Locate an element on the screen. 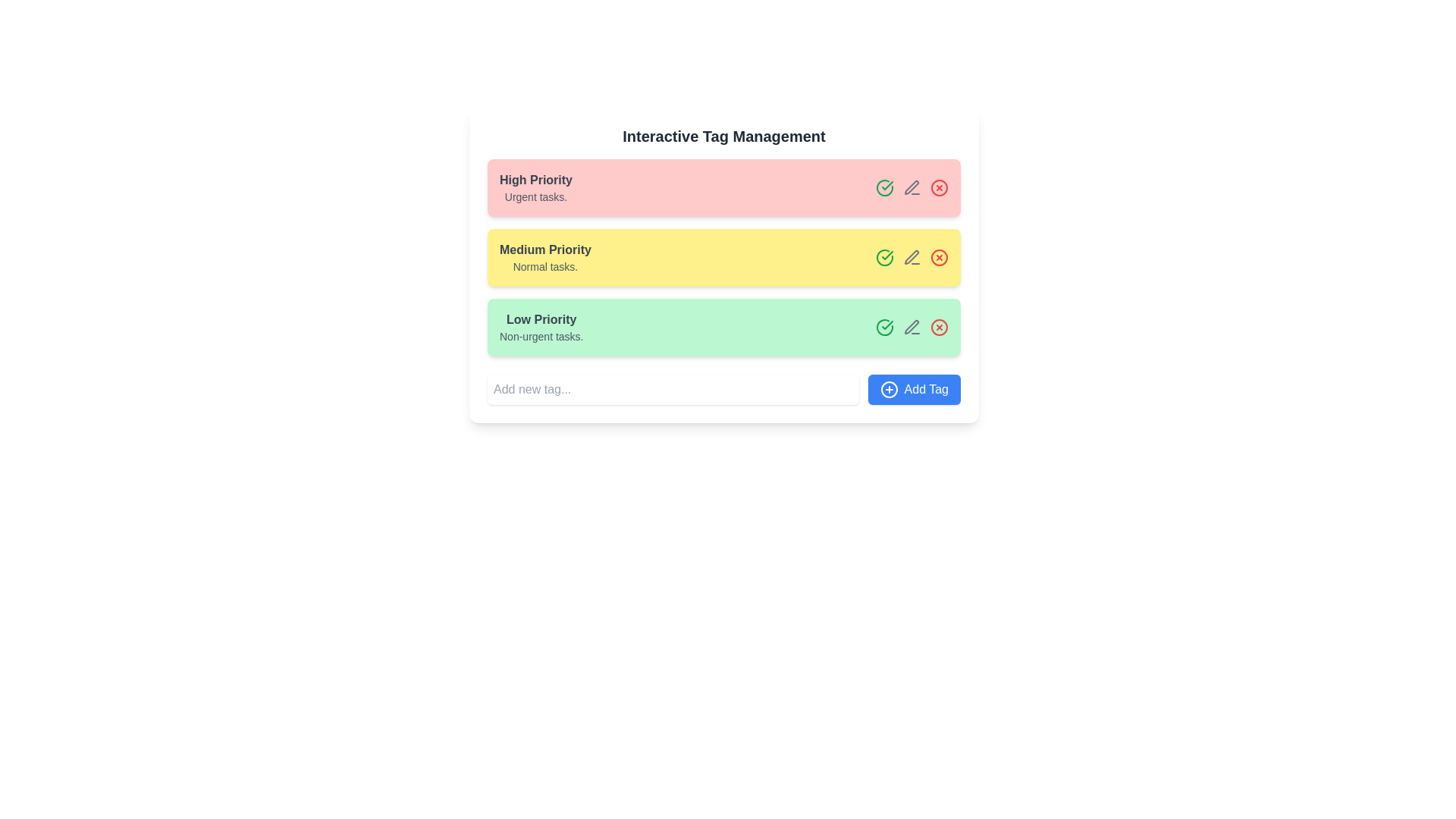 This screenshot has height=819, width=1456. the informational text label for the 'Low Priority' category, which is located in the green section below the title 'Low Priority' is located at coordinates (541, 335).